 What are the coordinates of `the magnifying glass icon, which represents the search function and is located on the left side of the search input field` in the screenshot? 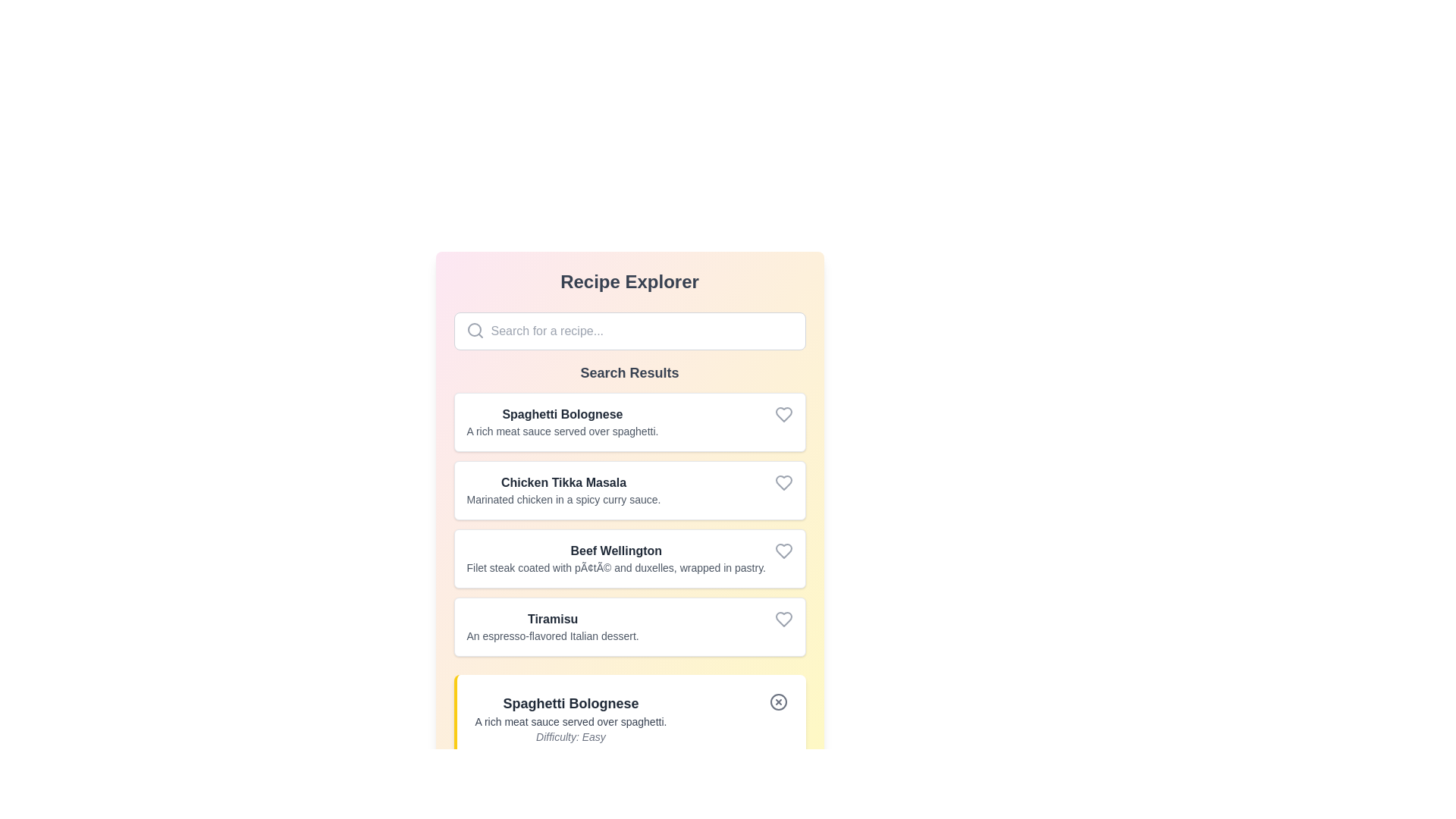 It's located at (474, 329).